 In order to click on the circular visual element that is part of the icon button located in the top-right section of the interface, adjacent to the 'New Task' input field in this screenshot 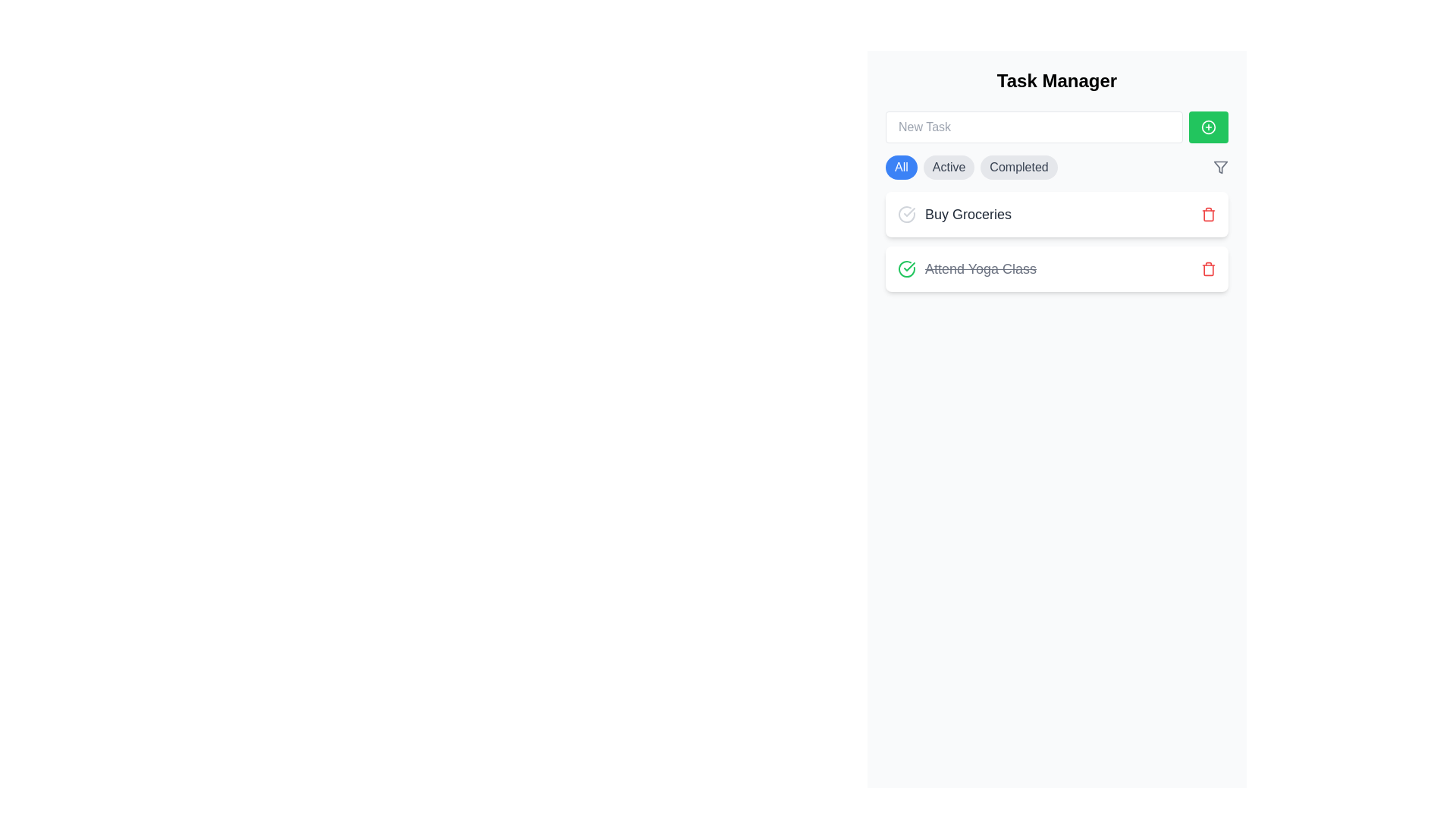, I will do `click(1207, 127)`.